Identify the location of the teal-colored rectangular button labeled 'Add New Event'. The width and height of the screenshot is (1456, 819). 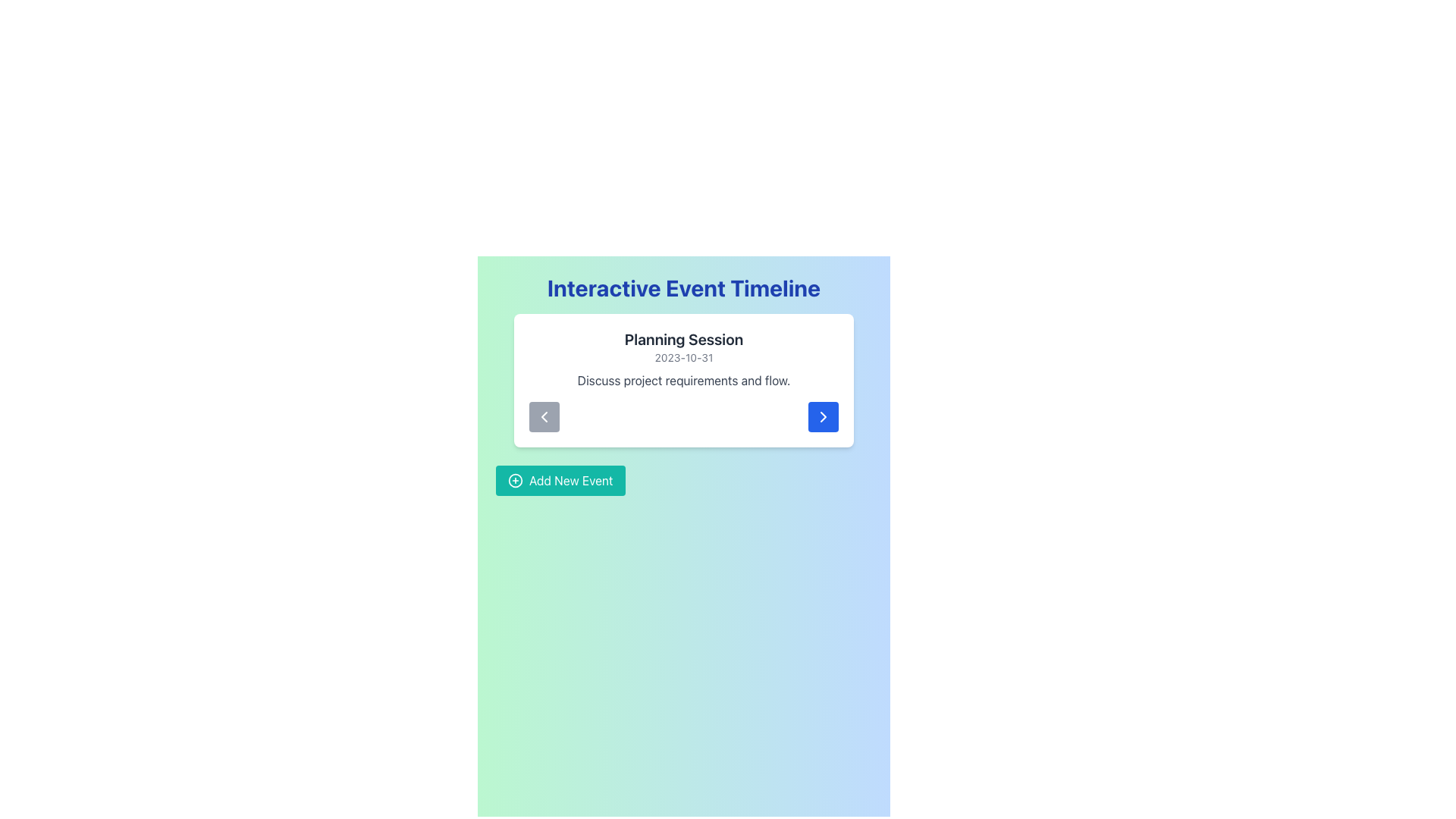
(560, 480).